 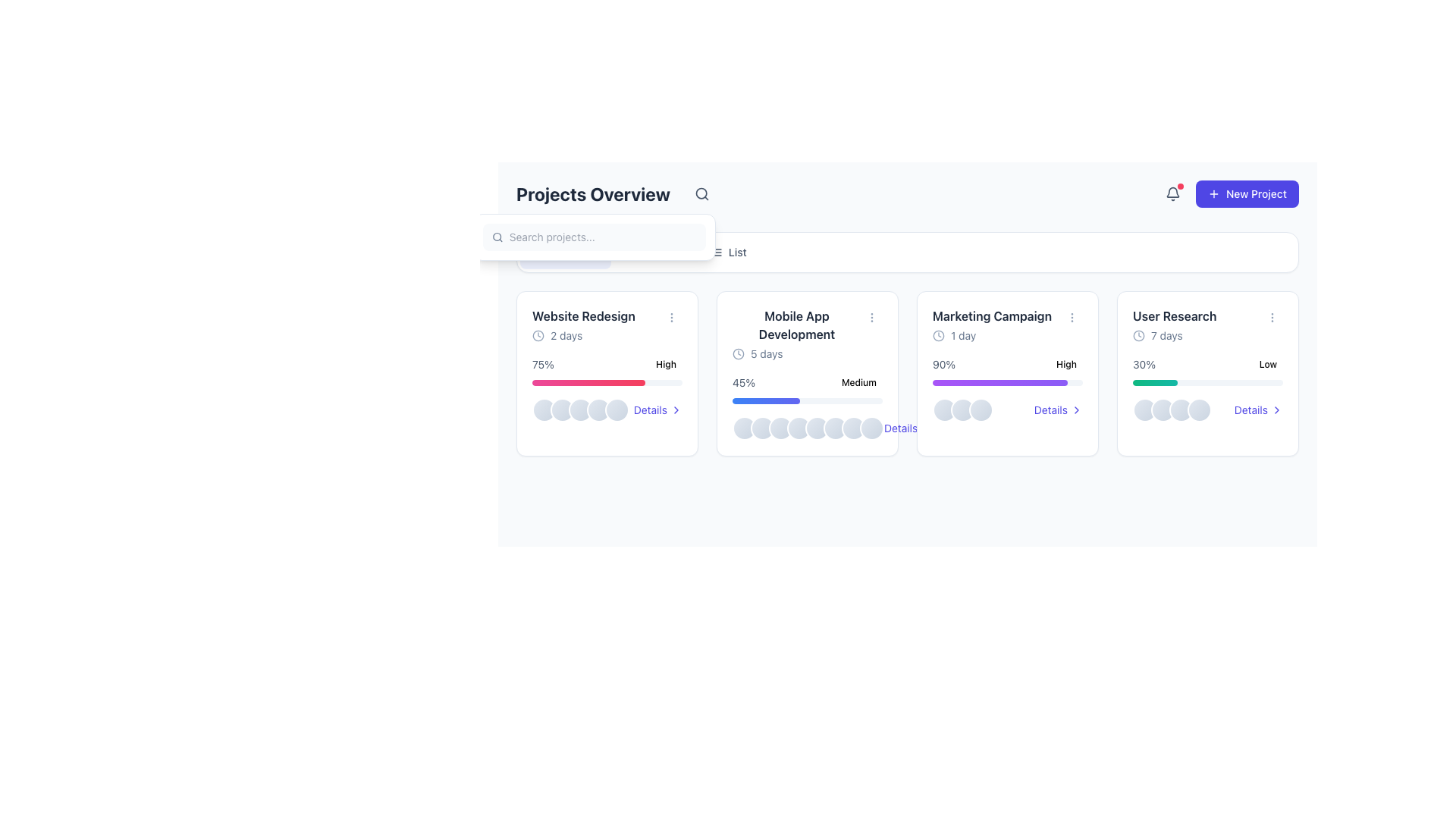 I want to click on the bell-shaped notification icon located in the top-right corner of the interface, so click(x=1172, y=191).